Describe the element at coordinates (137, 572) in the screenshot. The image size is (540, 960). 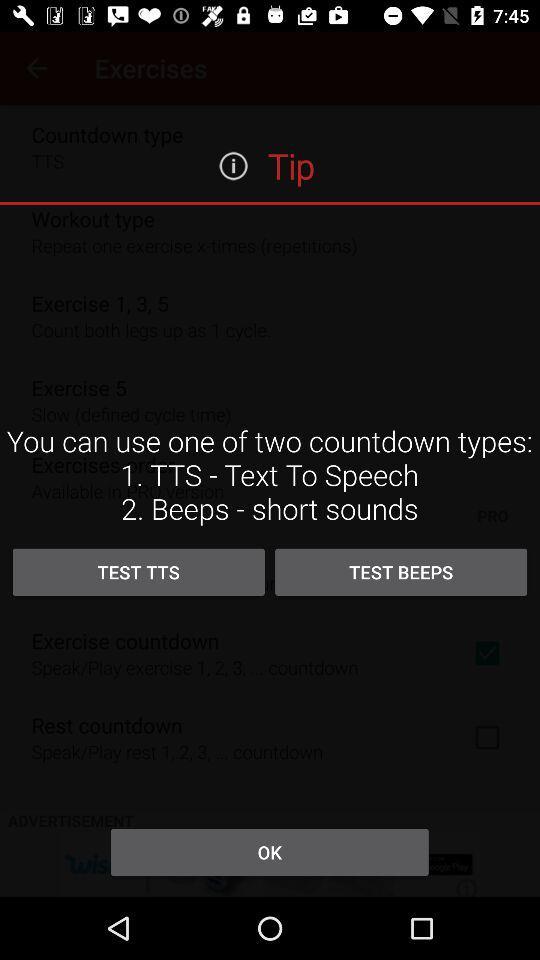
I see `test tts icon` at that location.